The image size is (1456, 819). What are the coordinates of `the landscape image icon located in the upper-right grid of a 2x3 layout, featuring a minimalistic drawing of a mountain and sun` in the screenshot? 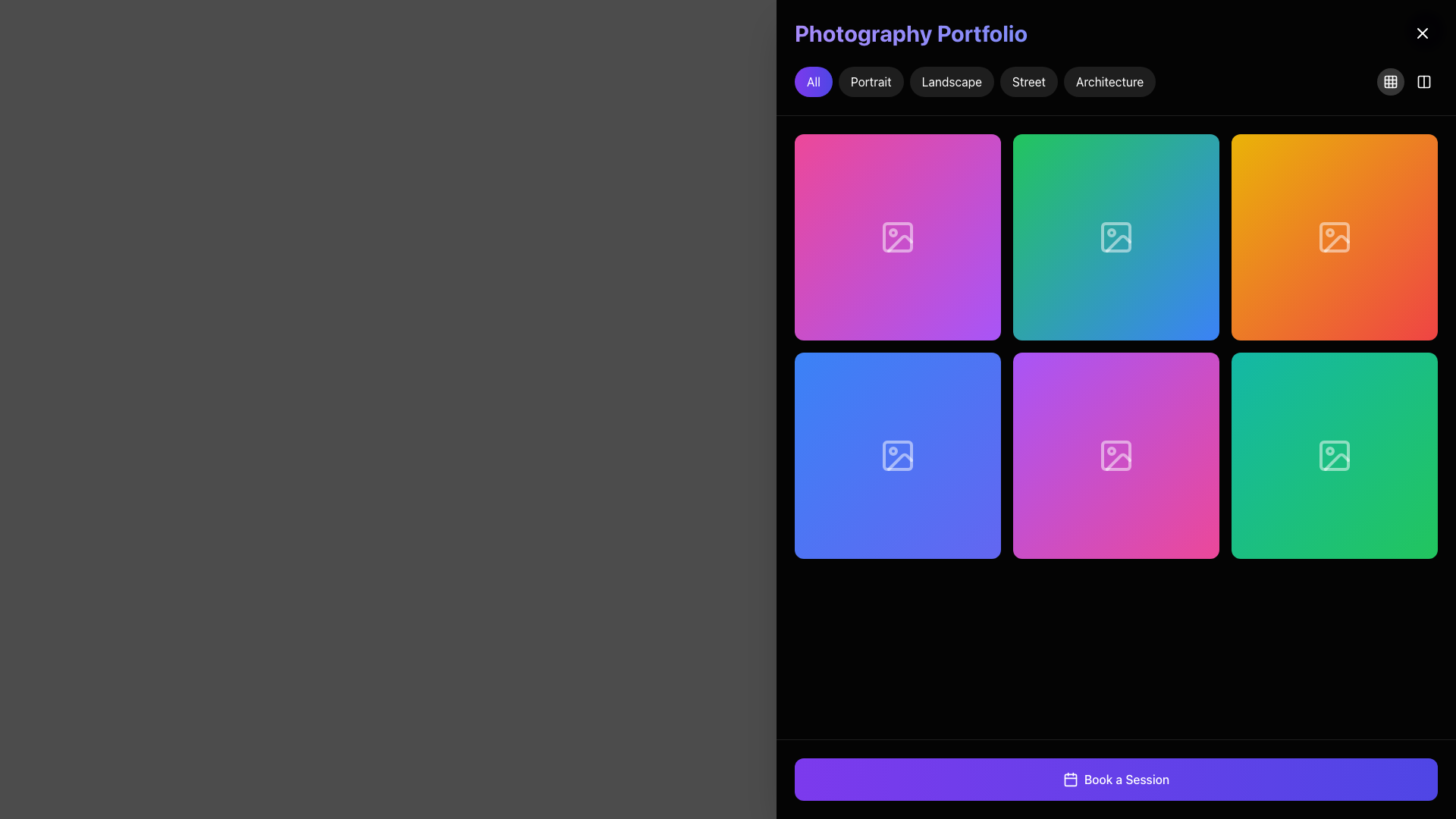 It's located at (1336, 242).